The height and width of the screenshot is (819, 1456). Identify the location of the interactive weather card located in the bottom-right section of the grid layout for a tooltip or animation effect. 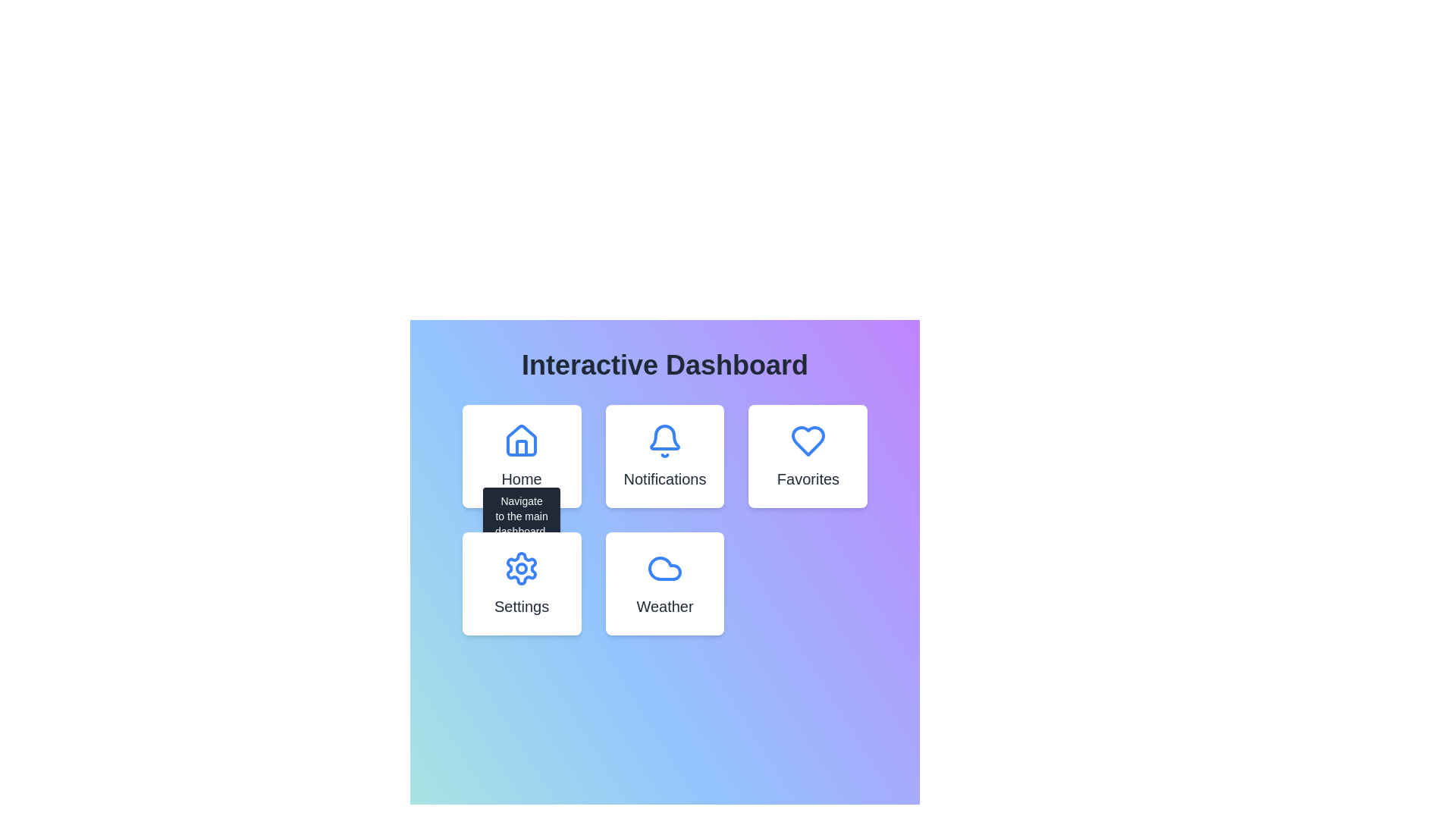
(665, 583).